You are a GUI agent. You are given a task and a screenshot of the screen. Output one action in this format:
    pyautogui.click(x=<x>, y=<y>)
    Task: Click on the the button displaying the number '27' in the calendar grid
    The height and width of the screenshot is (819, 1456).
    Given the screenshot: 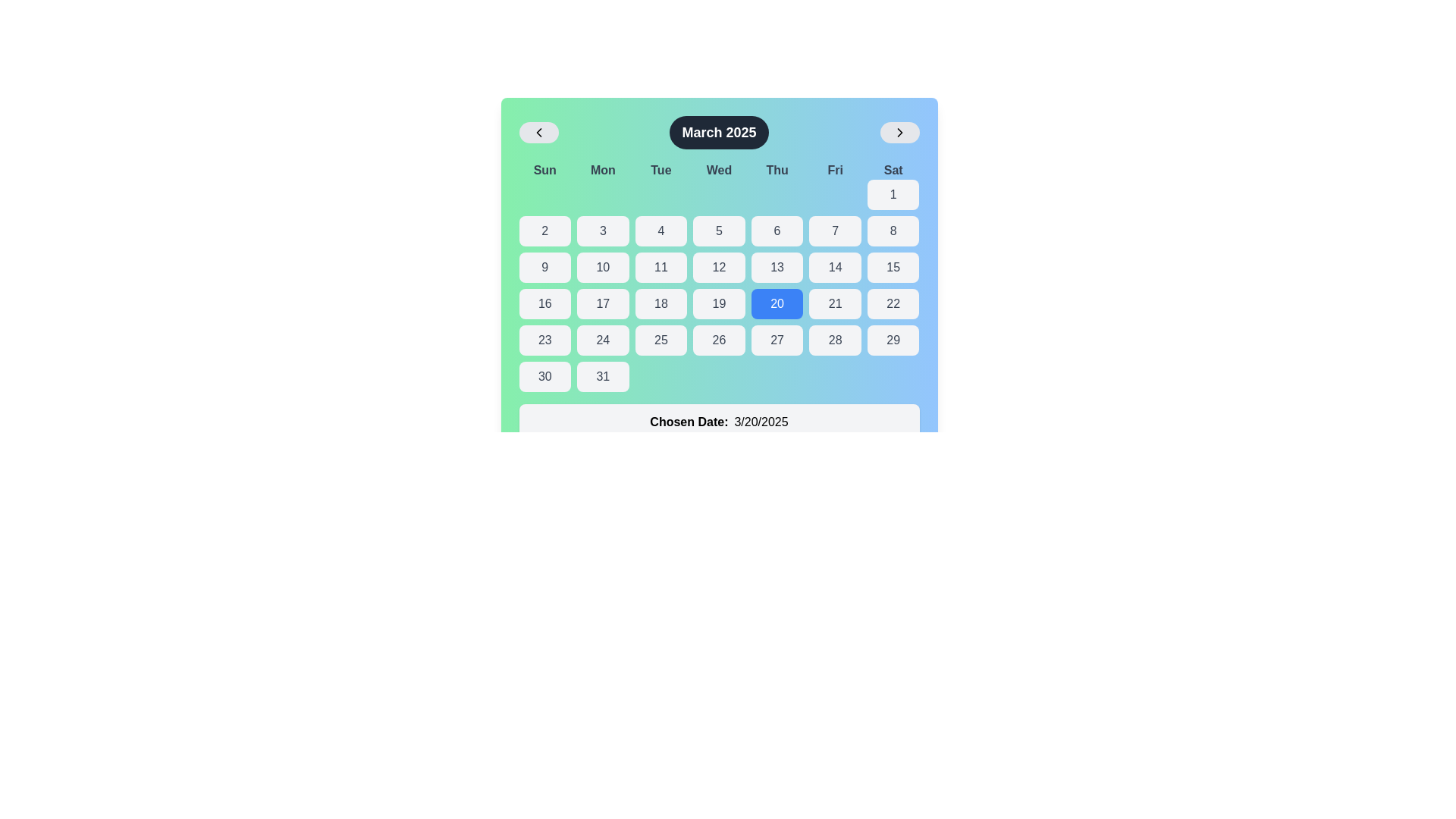 What is the action you would take?
    pyautogui.click(x=777, y=339)
    